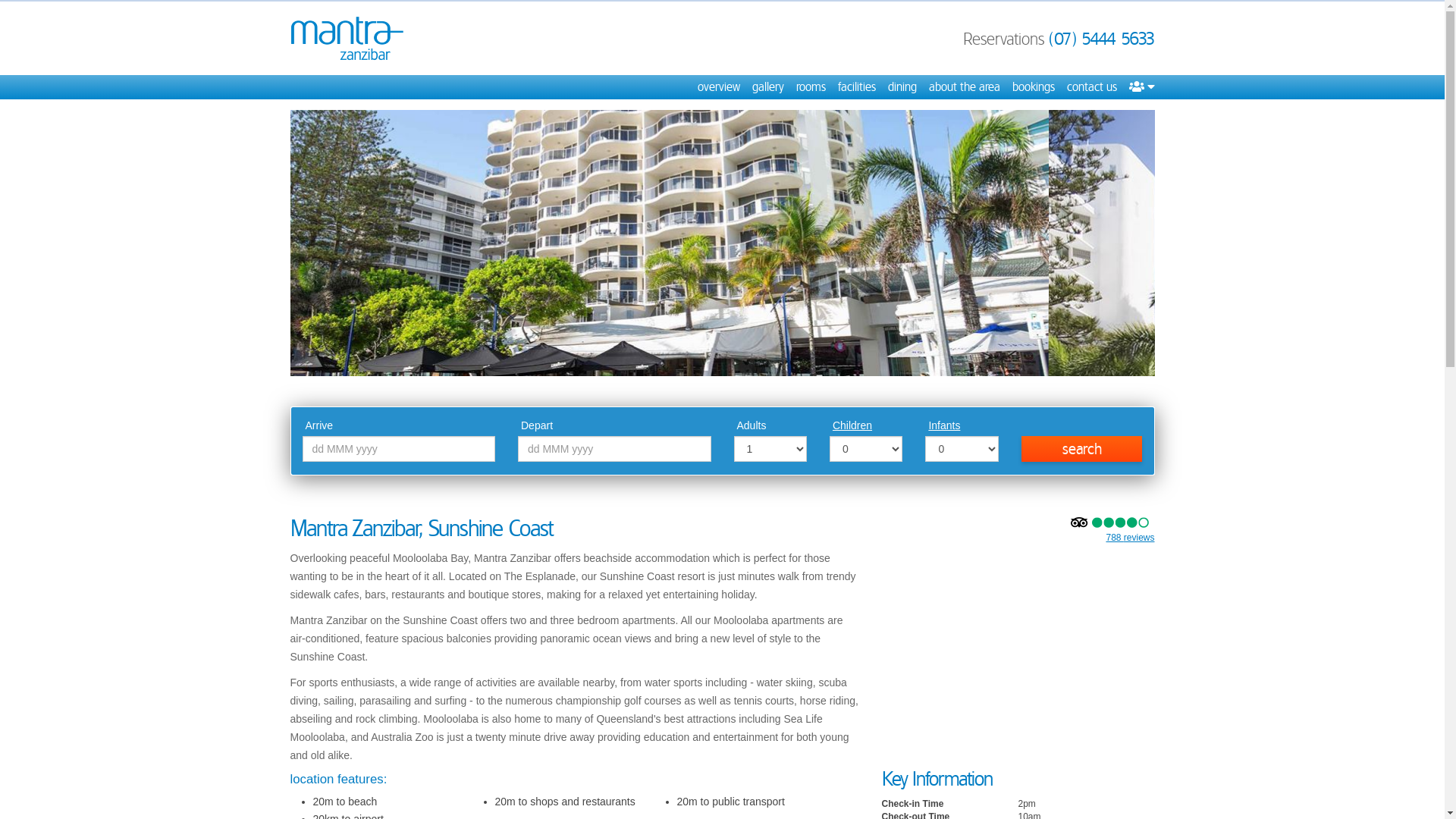  I want to click on '(07) 5444 5633', so click(1101, 37).